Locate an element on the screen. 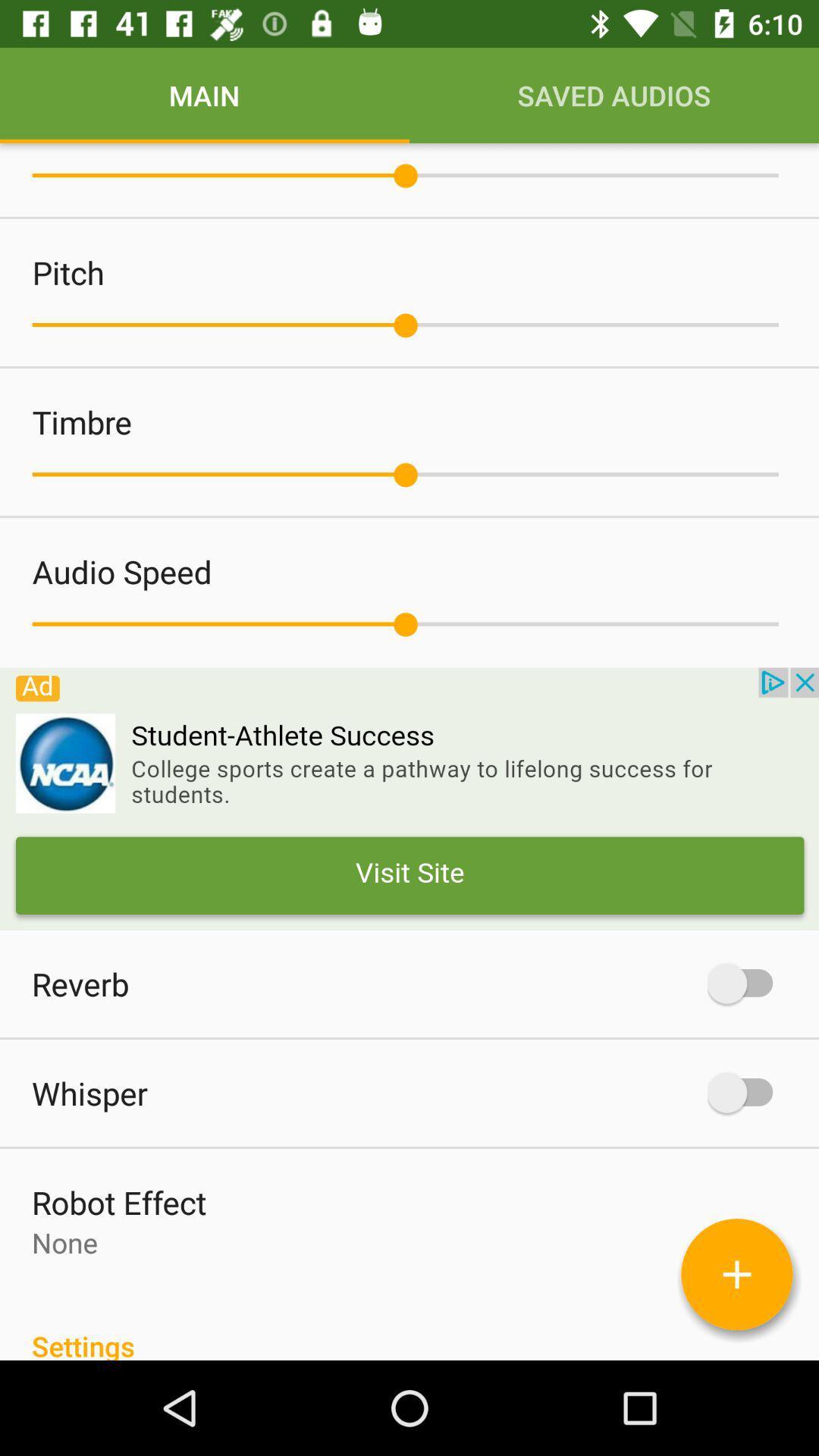 This screenshot has height=1456, width=819. the add icon is located at coordinates (736, 1274).